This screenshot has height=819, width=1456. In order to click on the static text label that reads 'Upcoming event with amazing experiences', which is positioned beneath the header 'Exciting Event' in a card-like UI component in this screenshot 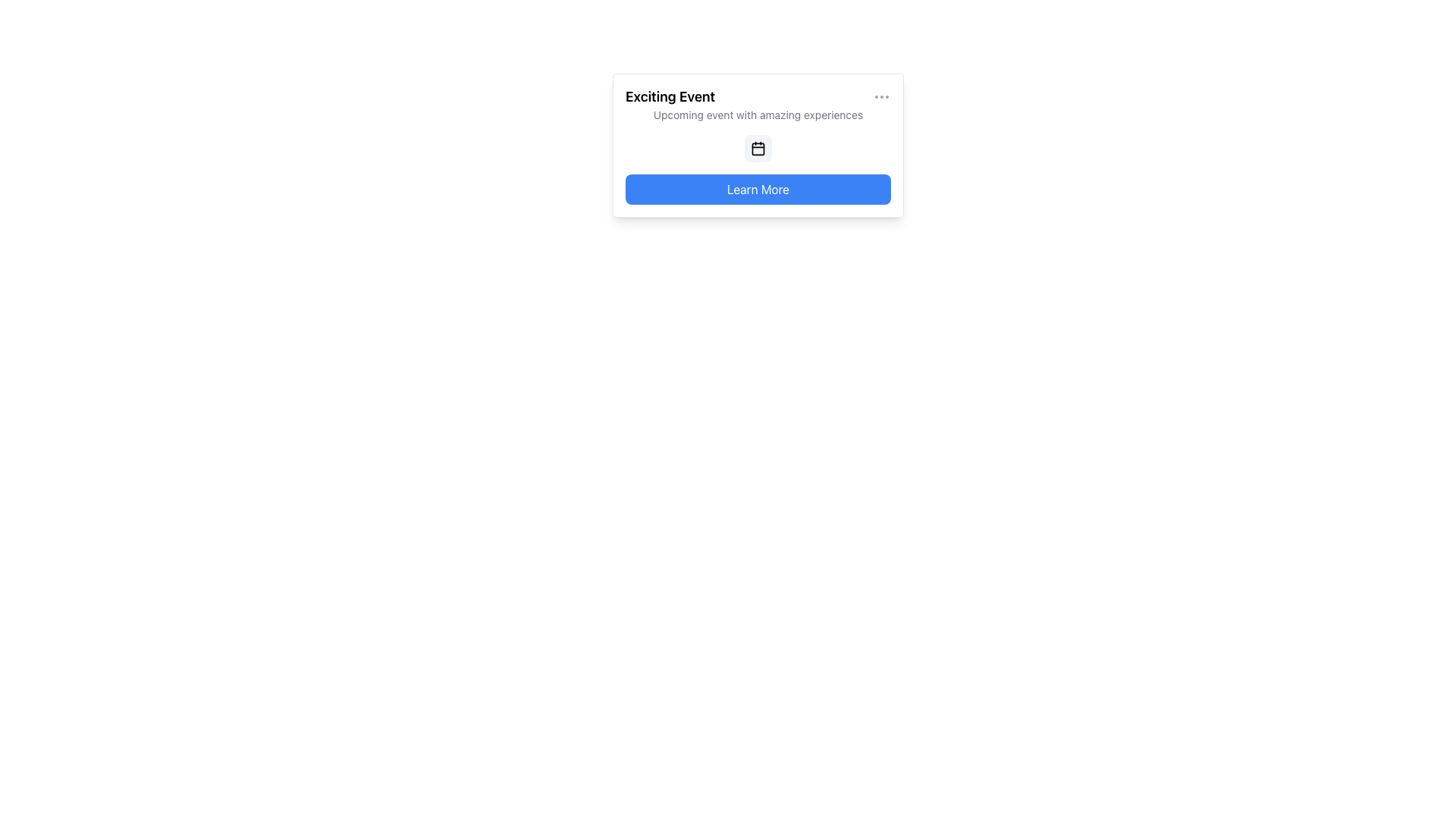, I will do `click(758, 114)`.